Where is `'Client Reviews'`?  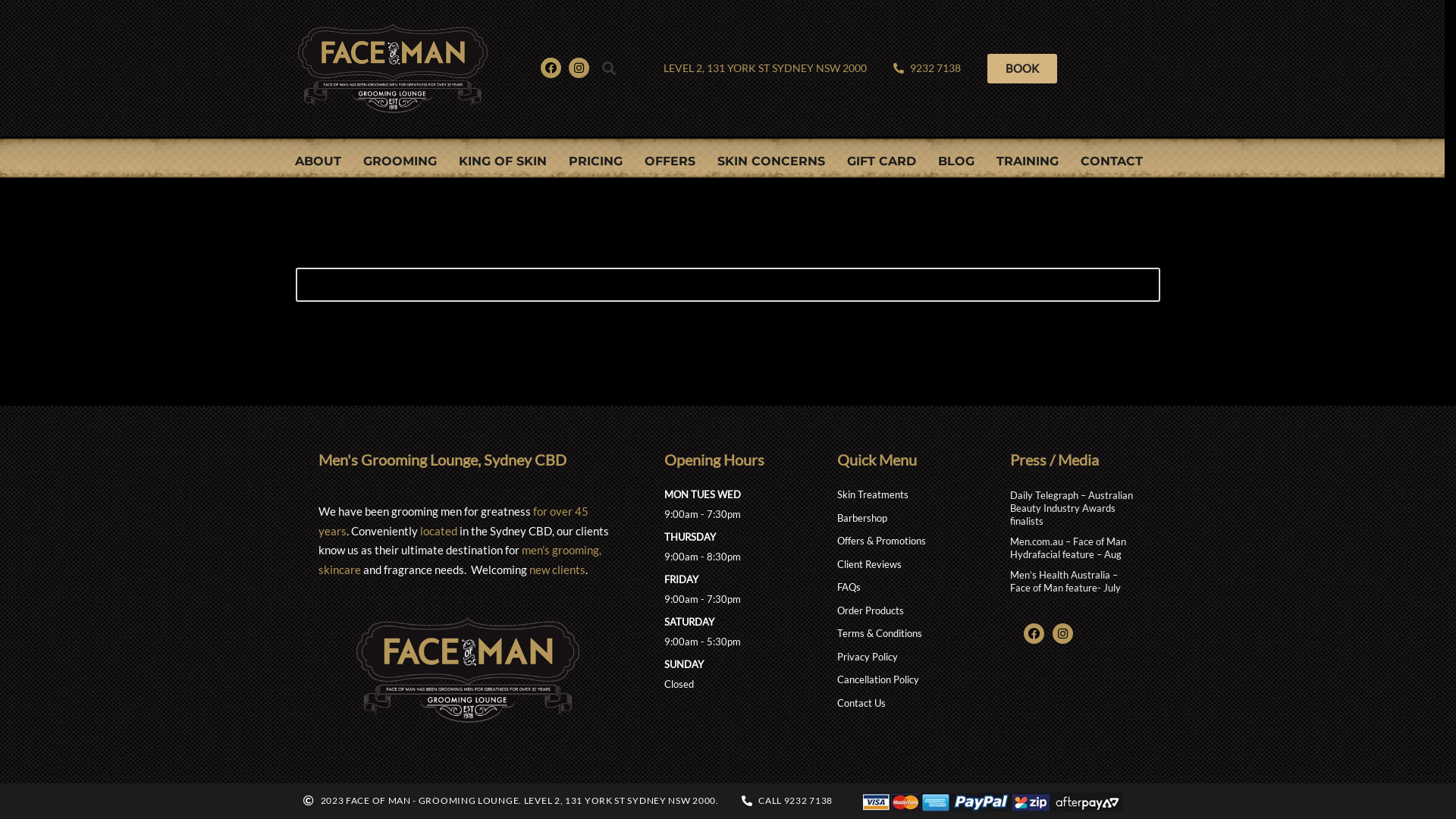
'Client Reviews' is located at coordinates (900, 564).